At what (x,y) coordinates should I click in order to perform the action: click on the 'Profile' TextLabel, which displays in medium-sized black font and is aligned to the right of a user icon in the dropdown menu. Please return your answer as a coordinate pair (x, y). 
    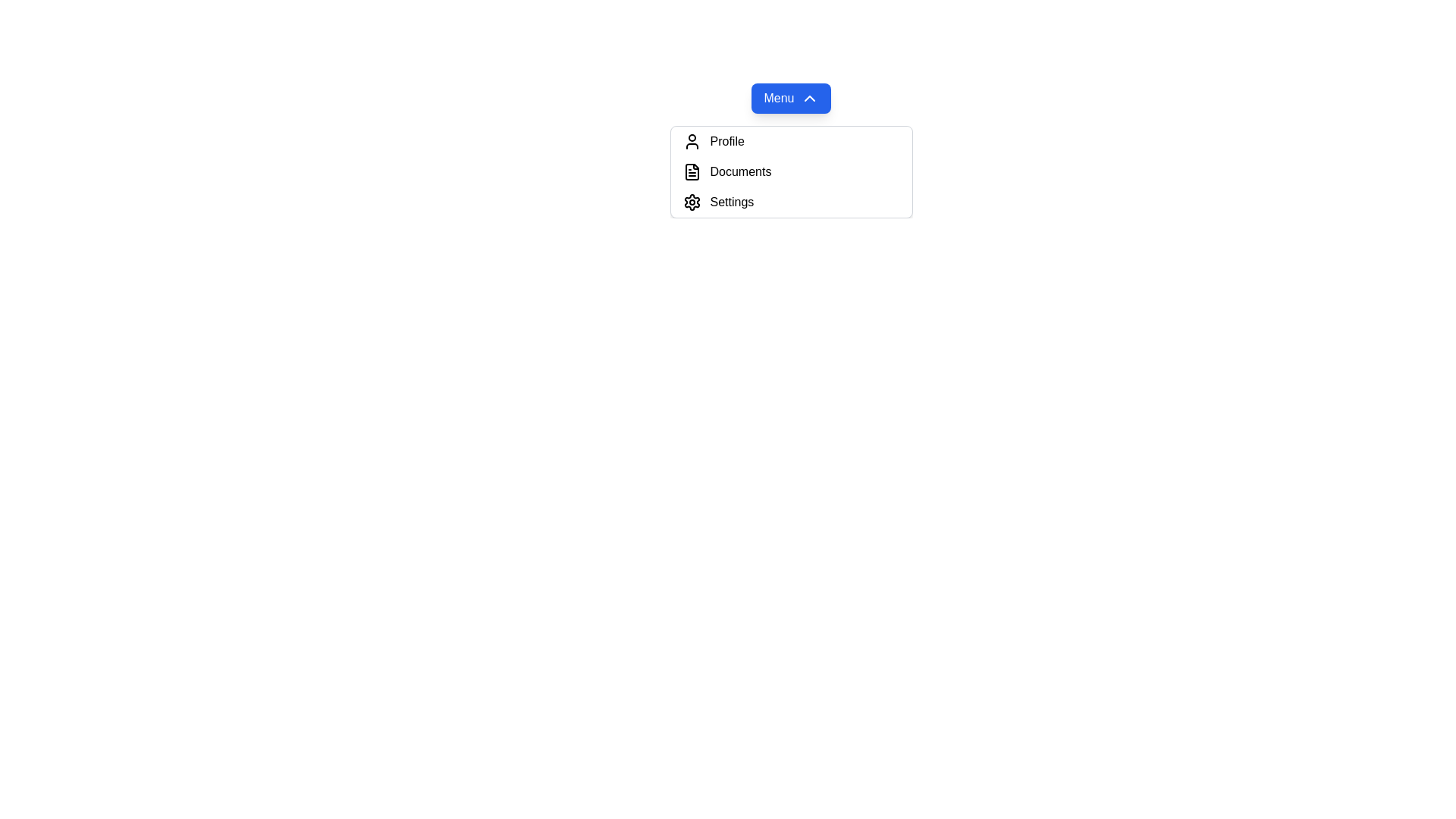
    Looking at the image, I should click on (726, 141).